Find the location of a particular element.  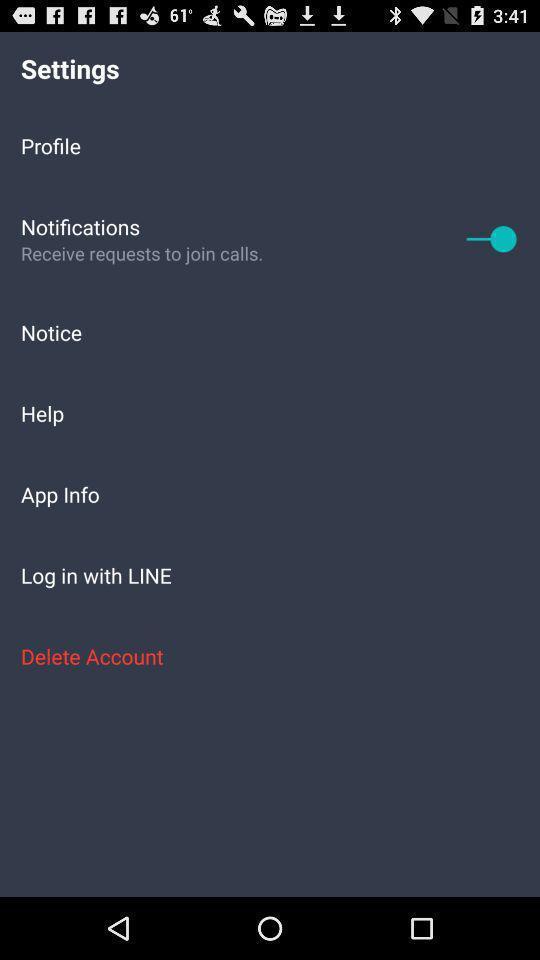

item below the help item is located at coordinates (270, 493).